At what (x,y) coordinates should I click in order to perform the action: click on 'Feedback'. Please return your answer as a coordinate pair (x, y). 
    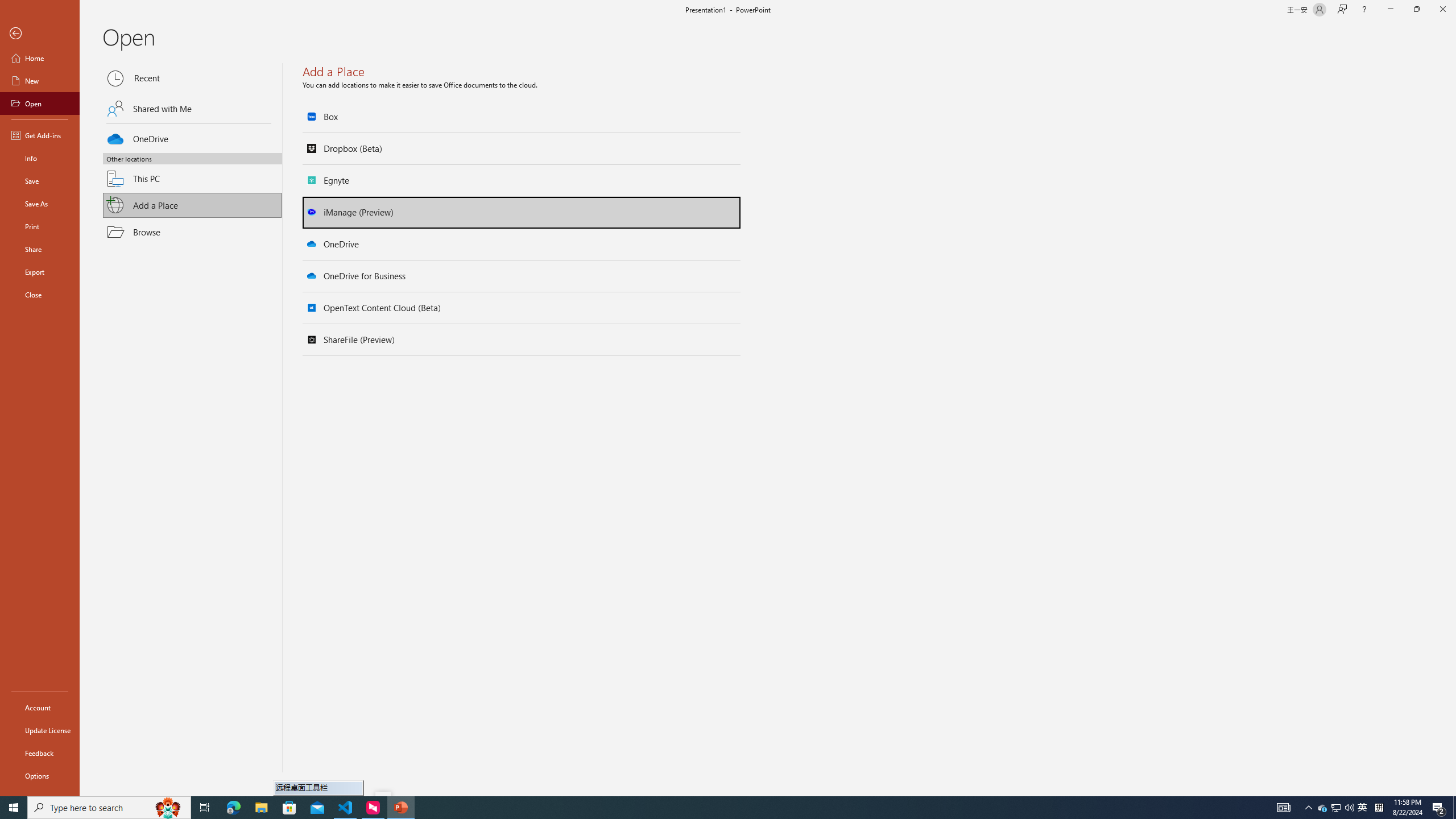
    Looking at the image, I should click on (39, 753).